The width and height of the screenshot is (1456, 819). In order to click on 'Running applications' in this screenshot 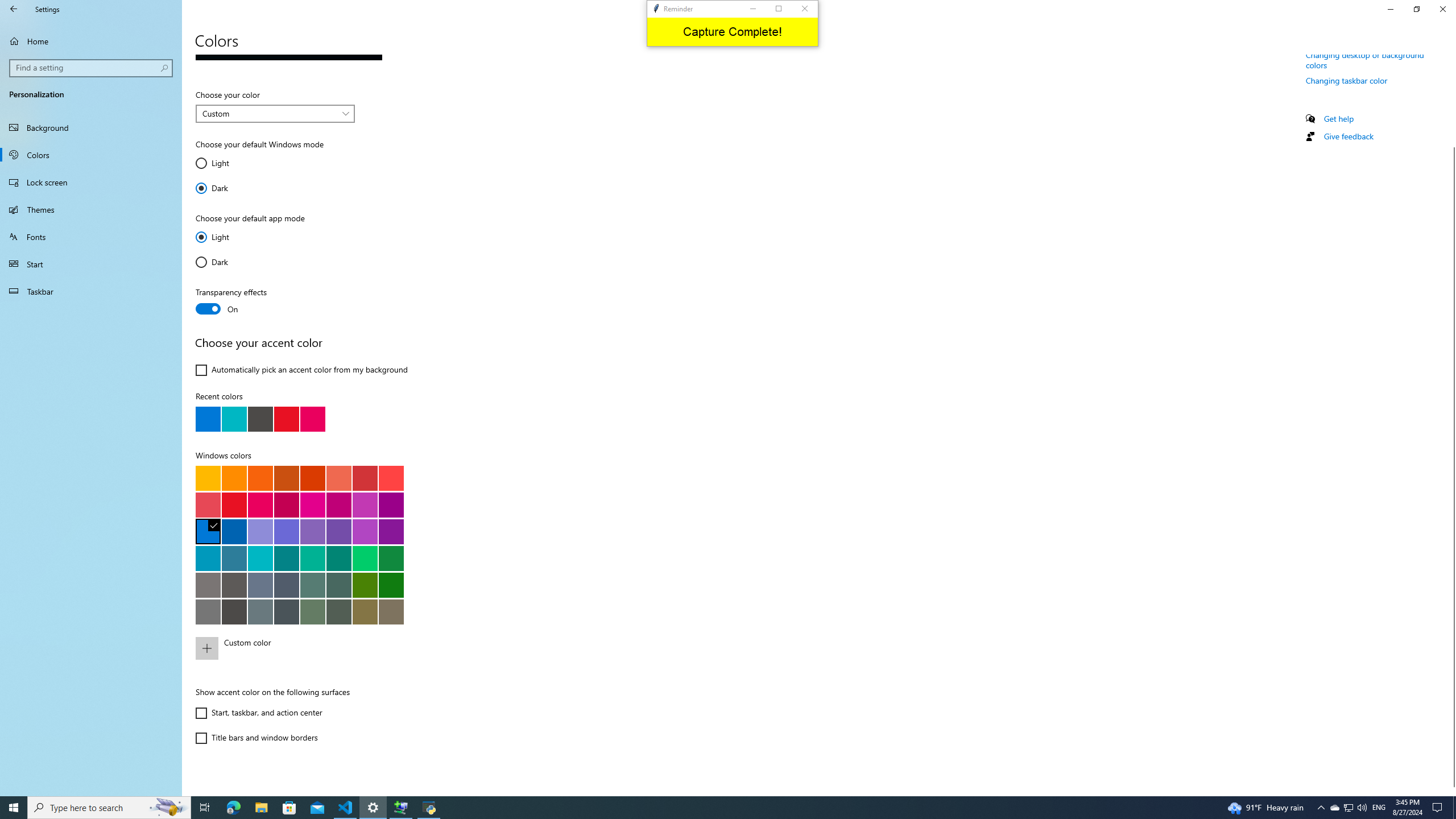, I will do `click(706, 806)`.